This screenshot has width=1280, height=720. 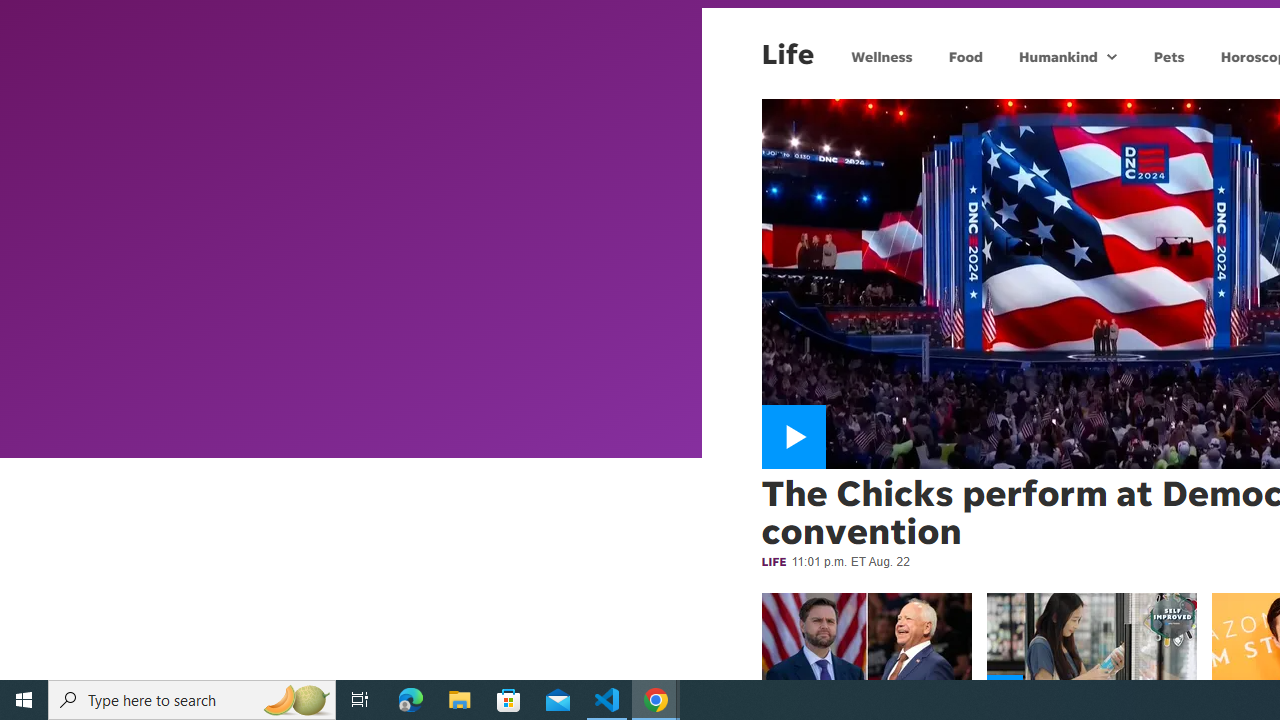 I want to click on 'Search highlights icon opens search home window', so click(x=294, y=698).